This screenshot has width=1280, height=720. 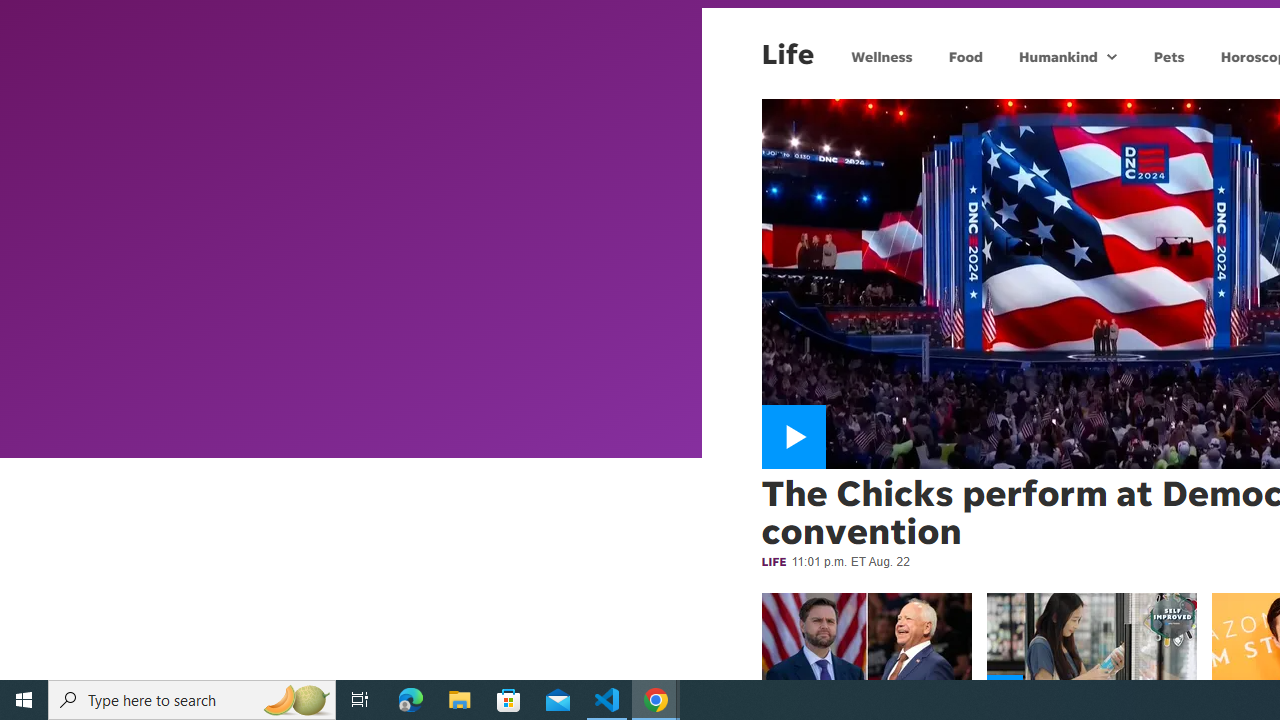 I want to click on 'Search highlights icon opens search home window', so click(x=294, y=698).